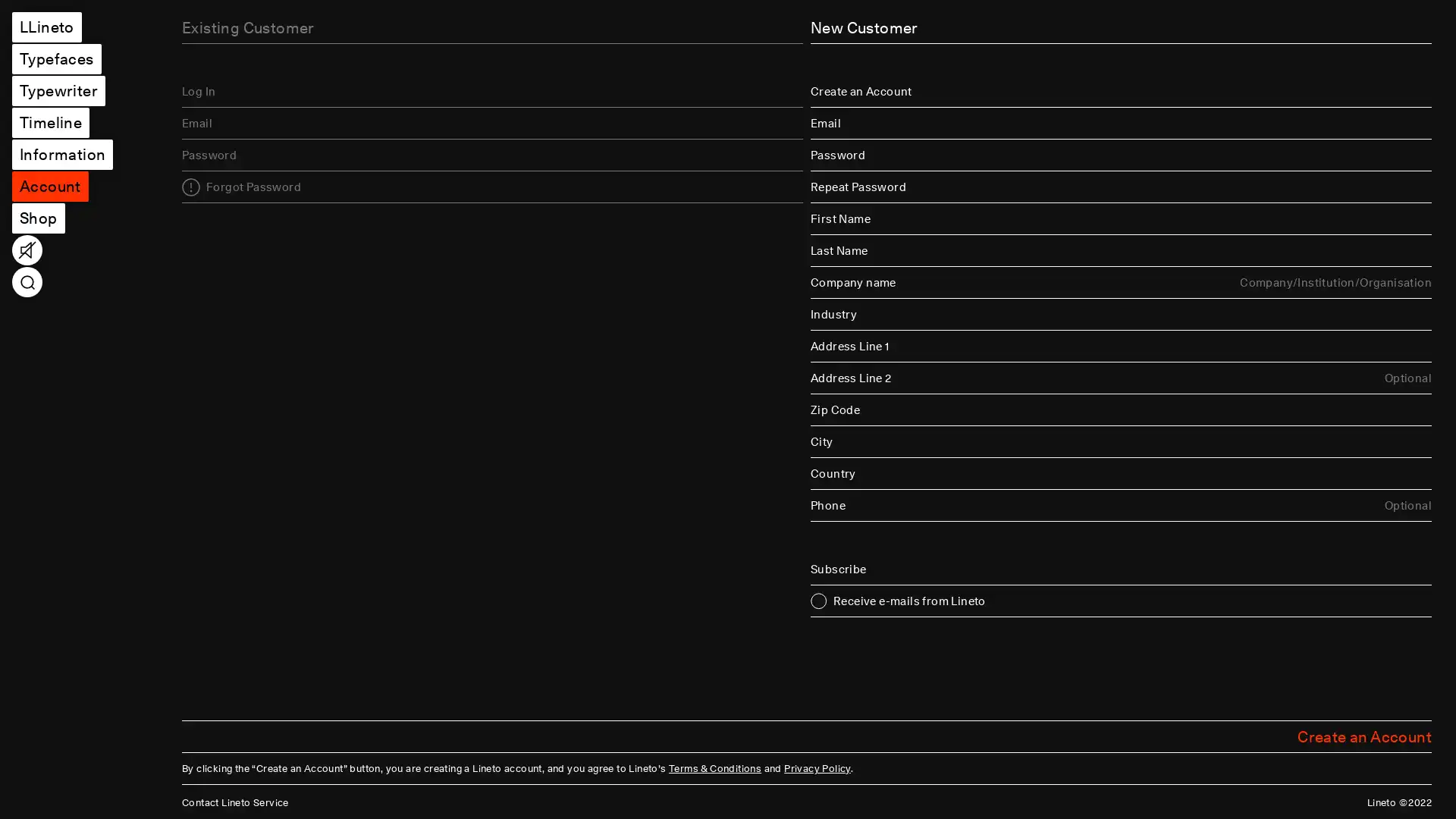  What do you see at coordinates (240, 186) in the screenshot?
I see `Forgot Password` at bounding box center [240, 186].